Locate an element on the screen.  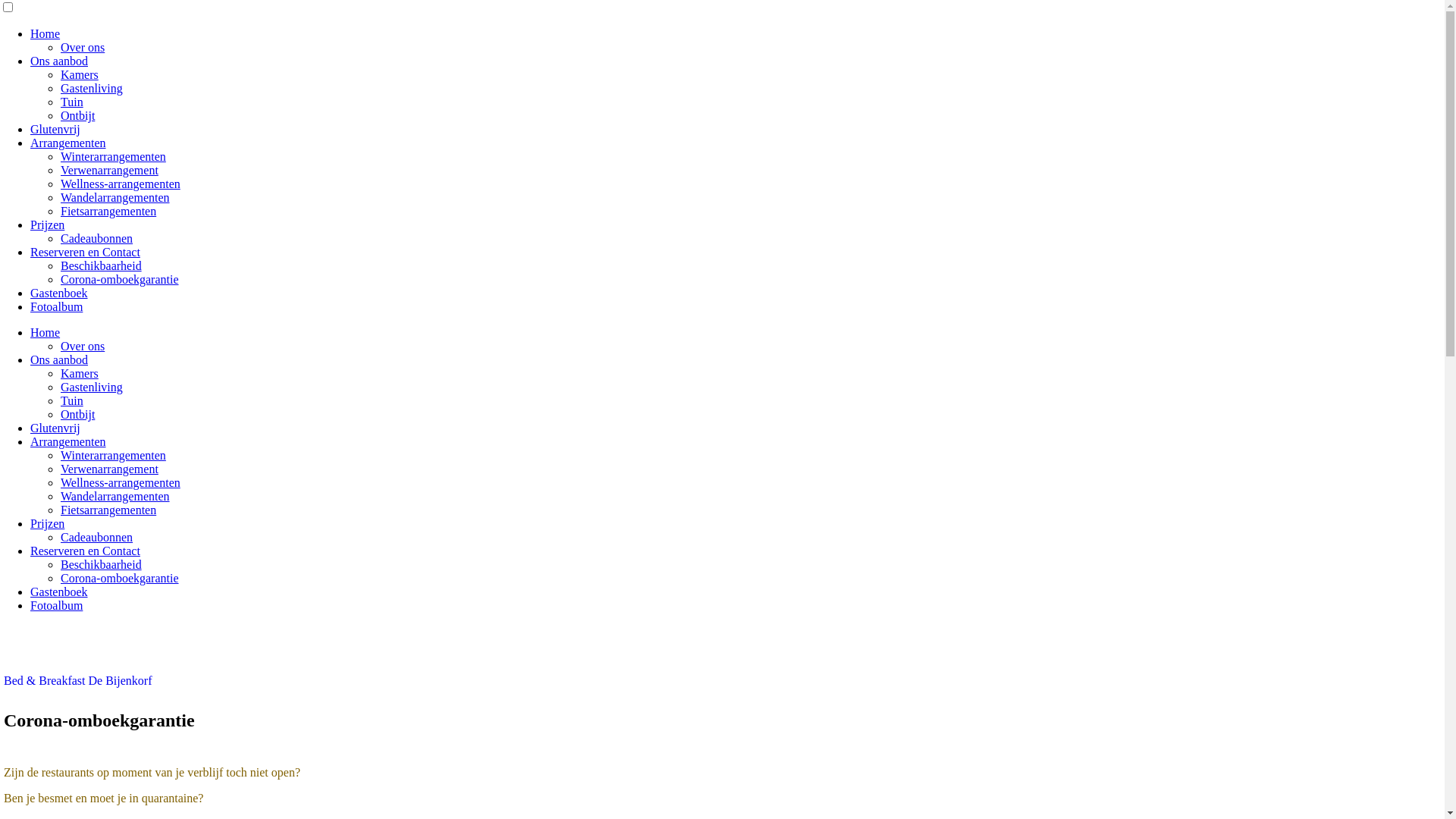
'Arrangementen' is located at coordinates (30, 143).